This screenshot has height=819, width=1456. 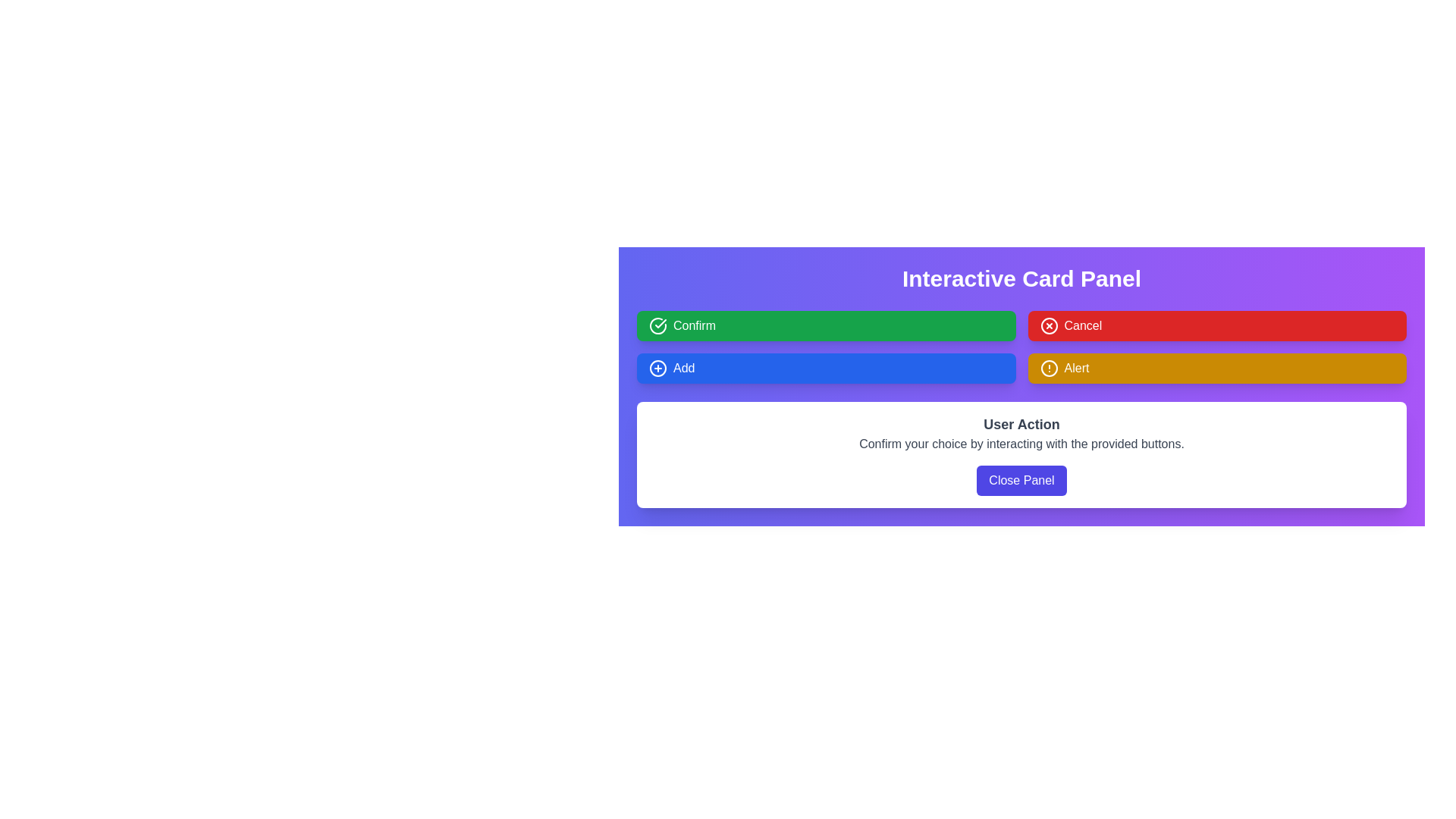 What do you see at coordinates (1048, 369) in the screenshot?
I see `SVG circle graphic element, which is part of the alert icon, positioned beneath the 'Alert' label in the button row` at bounding box center [1048, 369].